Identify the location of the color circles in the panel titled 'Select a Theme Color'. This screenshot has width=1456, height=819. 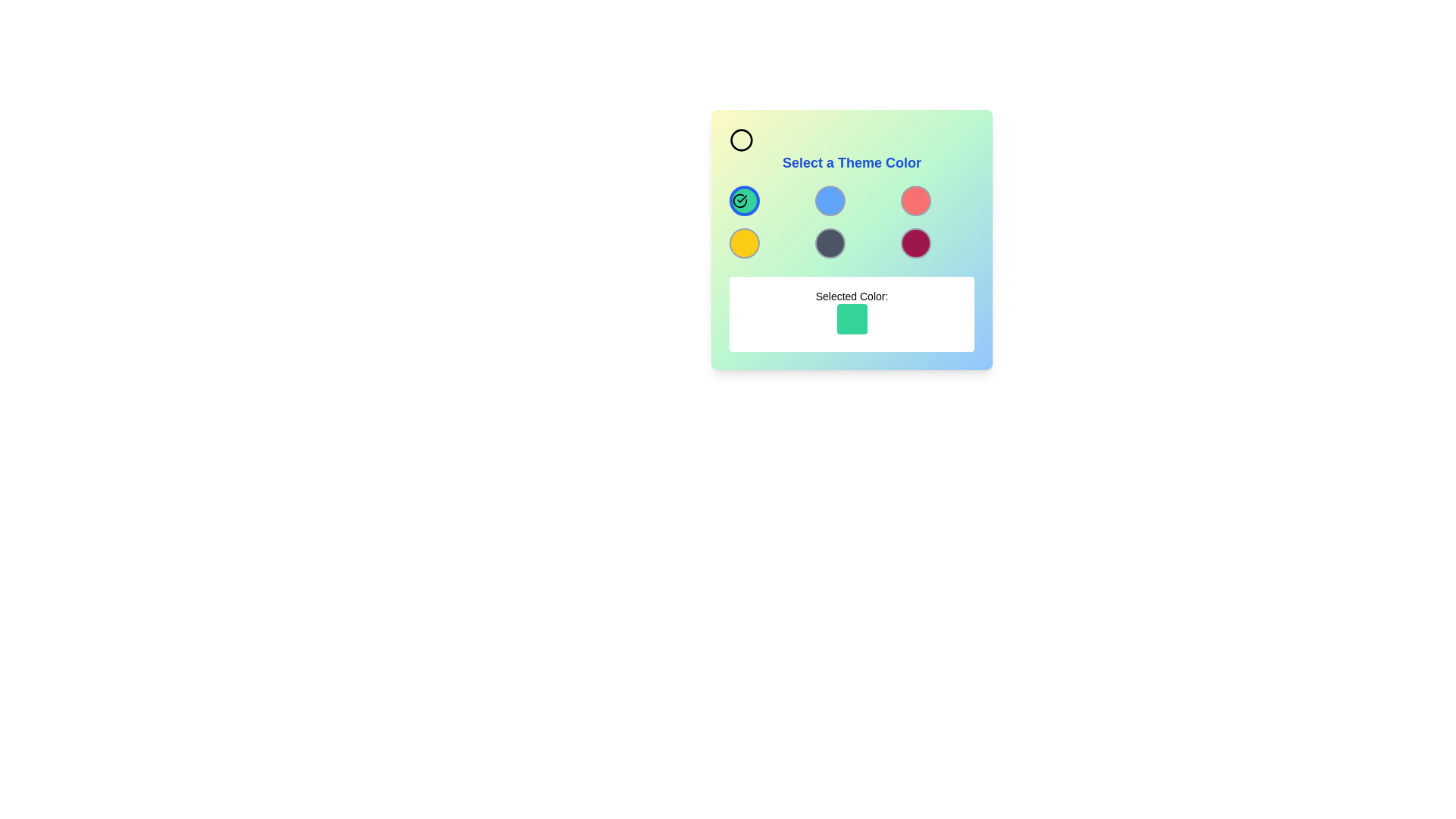
(852, 239).